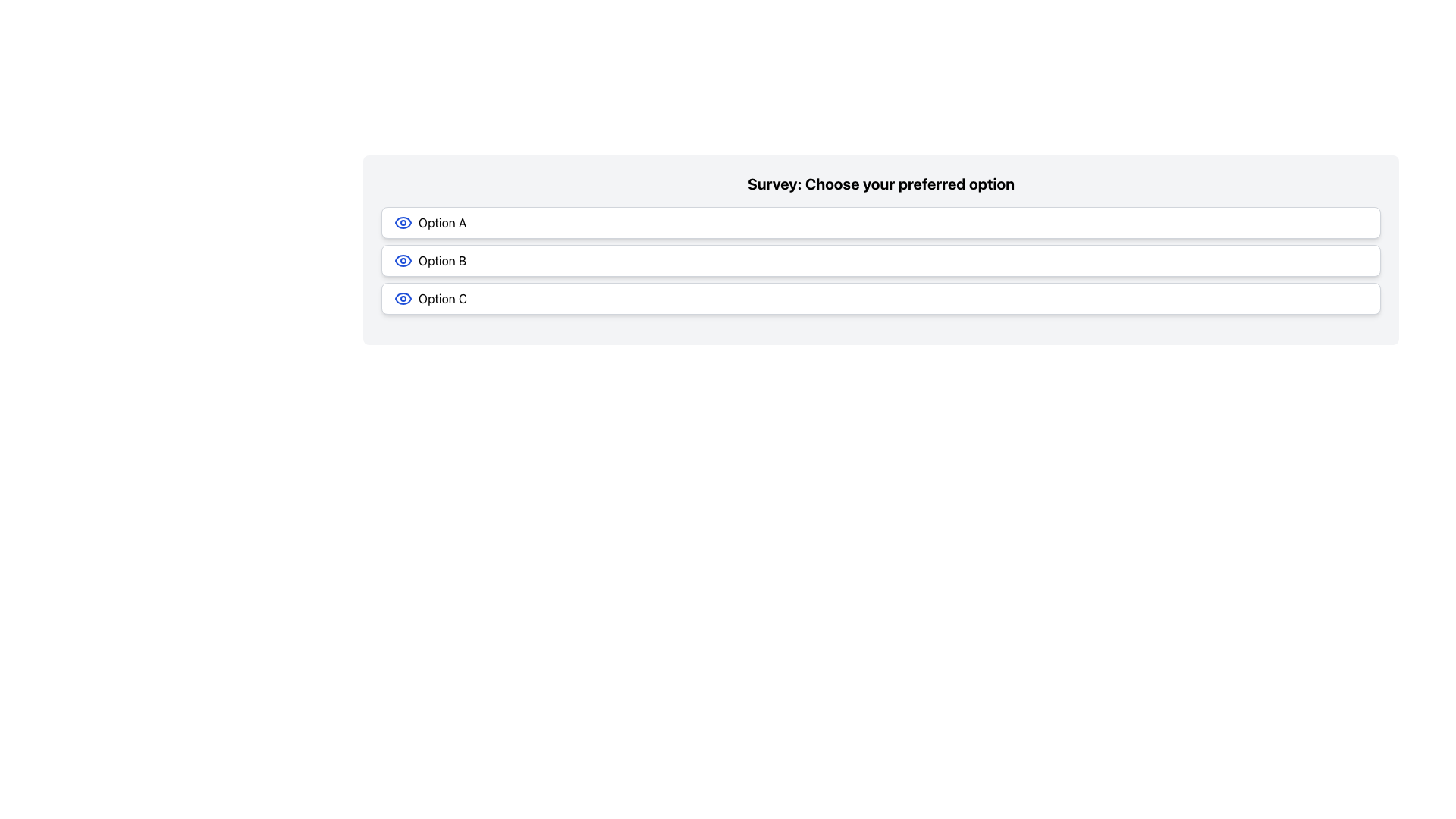 The height and width of the screenshot is (819, 1456). What do you see at coordinates (403, 259) in the screenshot?
I see `the 'eye' icon located to the left of the text 'Option B'` at bounding box center [403, 259].